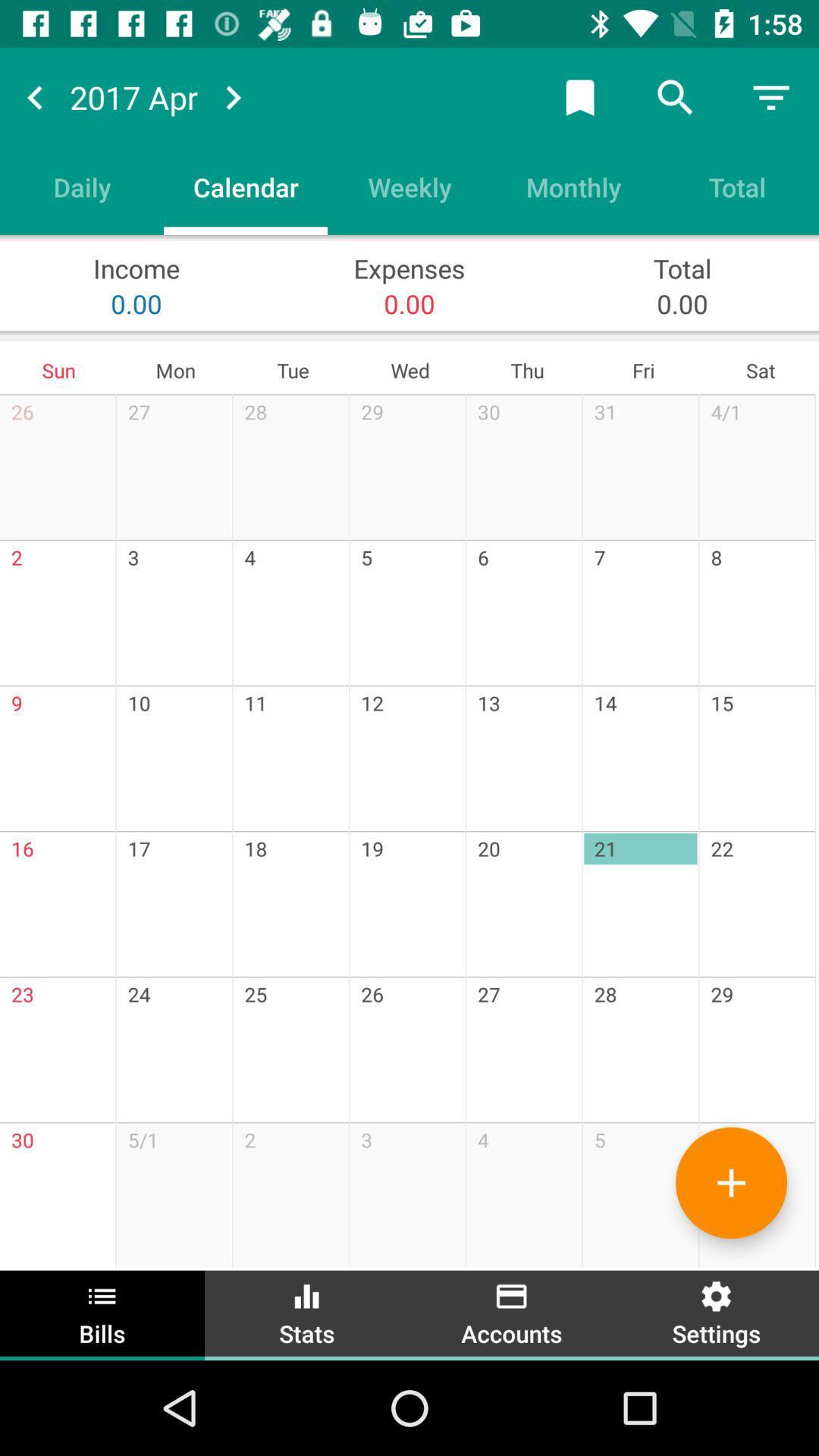 Image resolution: width=819 pixels, height=1456 pixels. What do you see at coordinates (675, 96) in the screenshot?
I see `search the app` at bounding box center [675, 96].